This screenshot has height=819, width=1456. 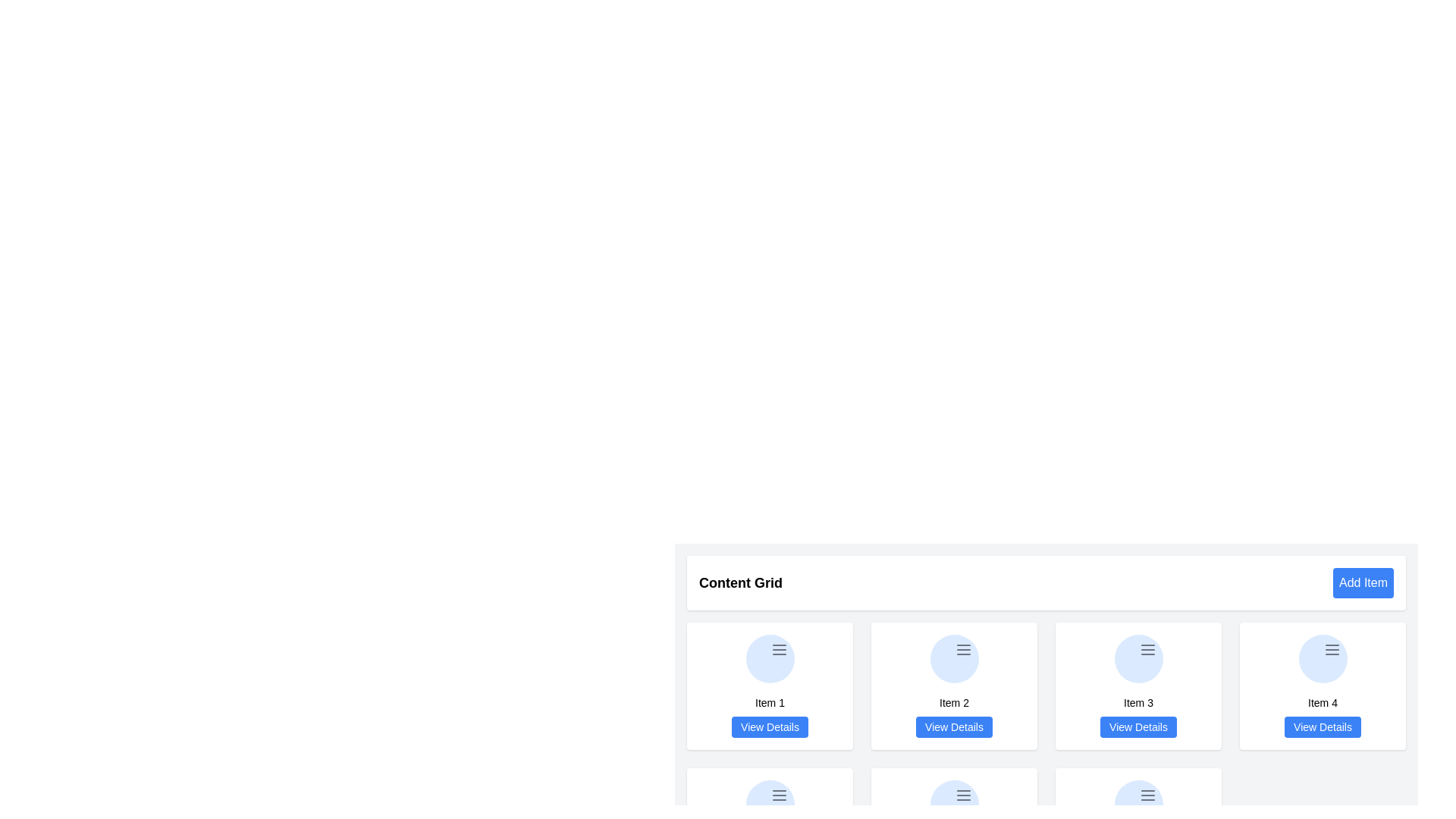 I want to click on the 'hamburger' menu icon, which consists of three horizontal lines stacked evenly and is located within a circular light blue background as part of 'Item 3', so click(x=779, y=795).